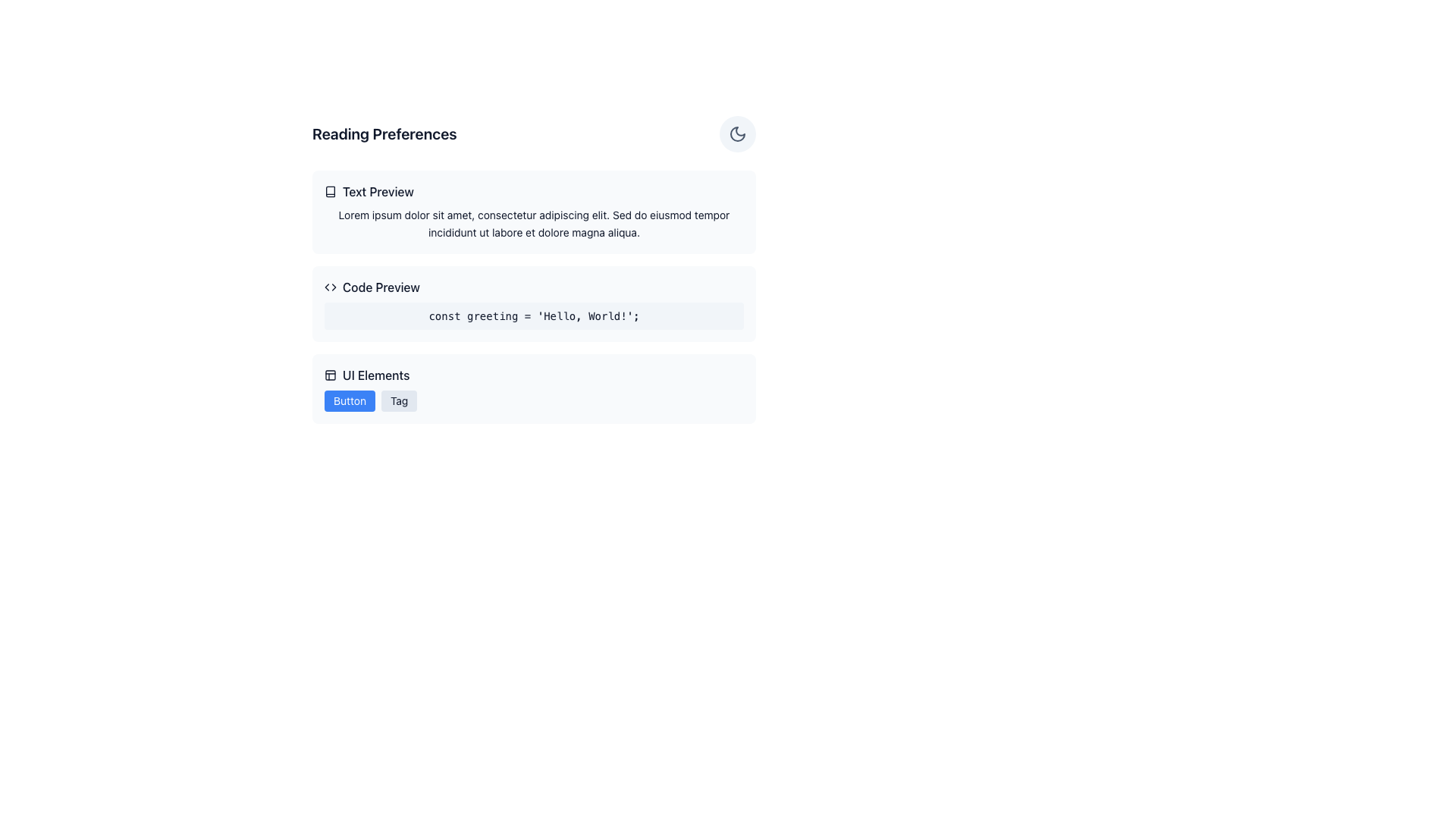 Image resolution: width=1456 pixels, height=819 pixels. What do you see at coordinates (738, 133) in the screenshot?
I see `the circular button containing the crescent moon icon` at bounding box center [738, 133].